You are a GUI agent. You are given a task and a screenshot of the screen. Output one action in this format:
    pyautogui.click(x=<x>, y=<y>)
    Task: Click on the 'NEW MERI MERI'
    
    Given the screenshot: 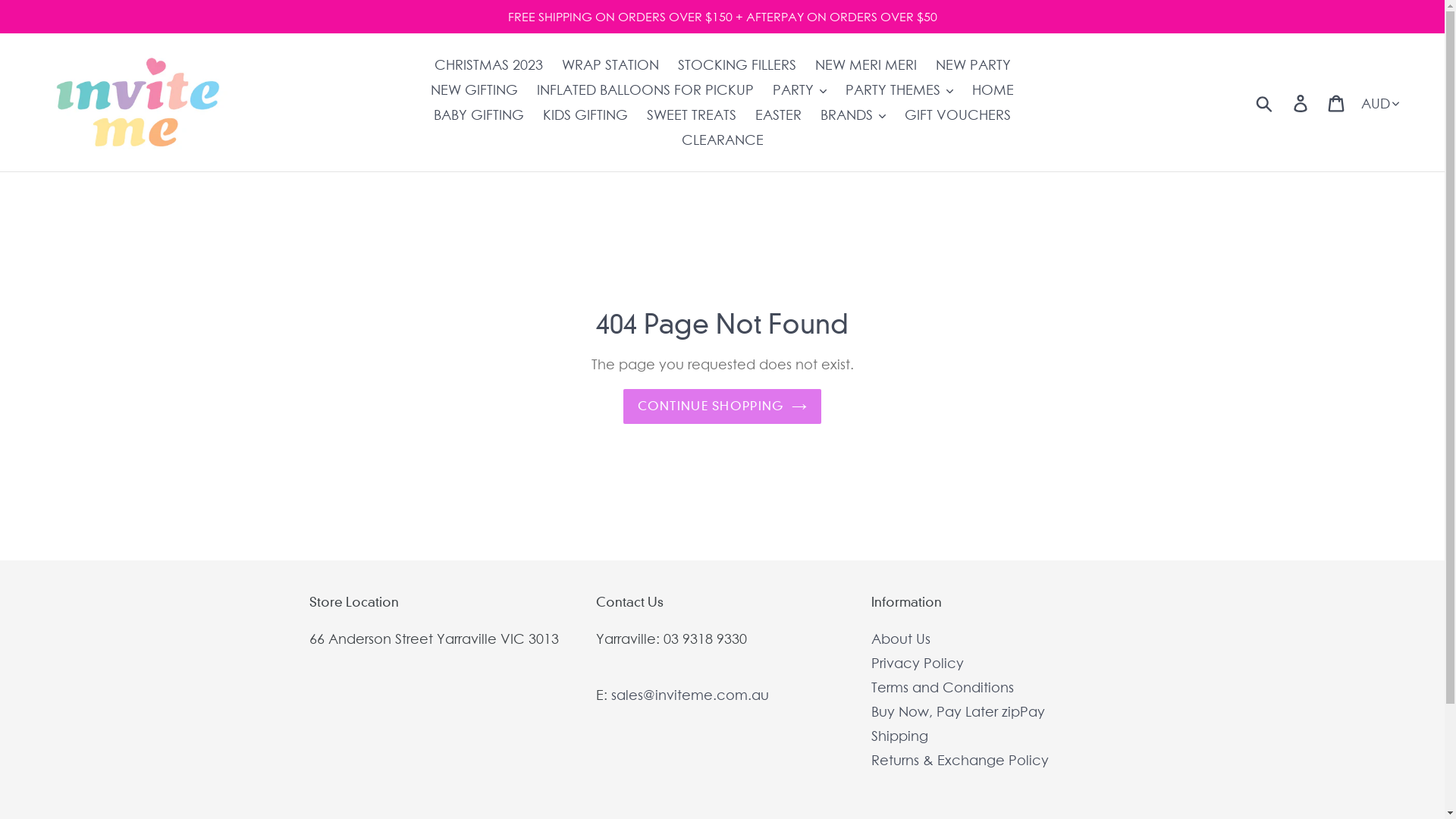 What is the action you would take?
    pyautogui.click(x=865, y=64)
    